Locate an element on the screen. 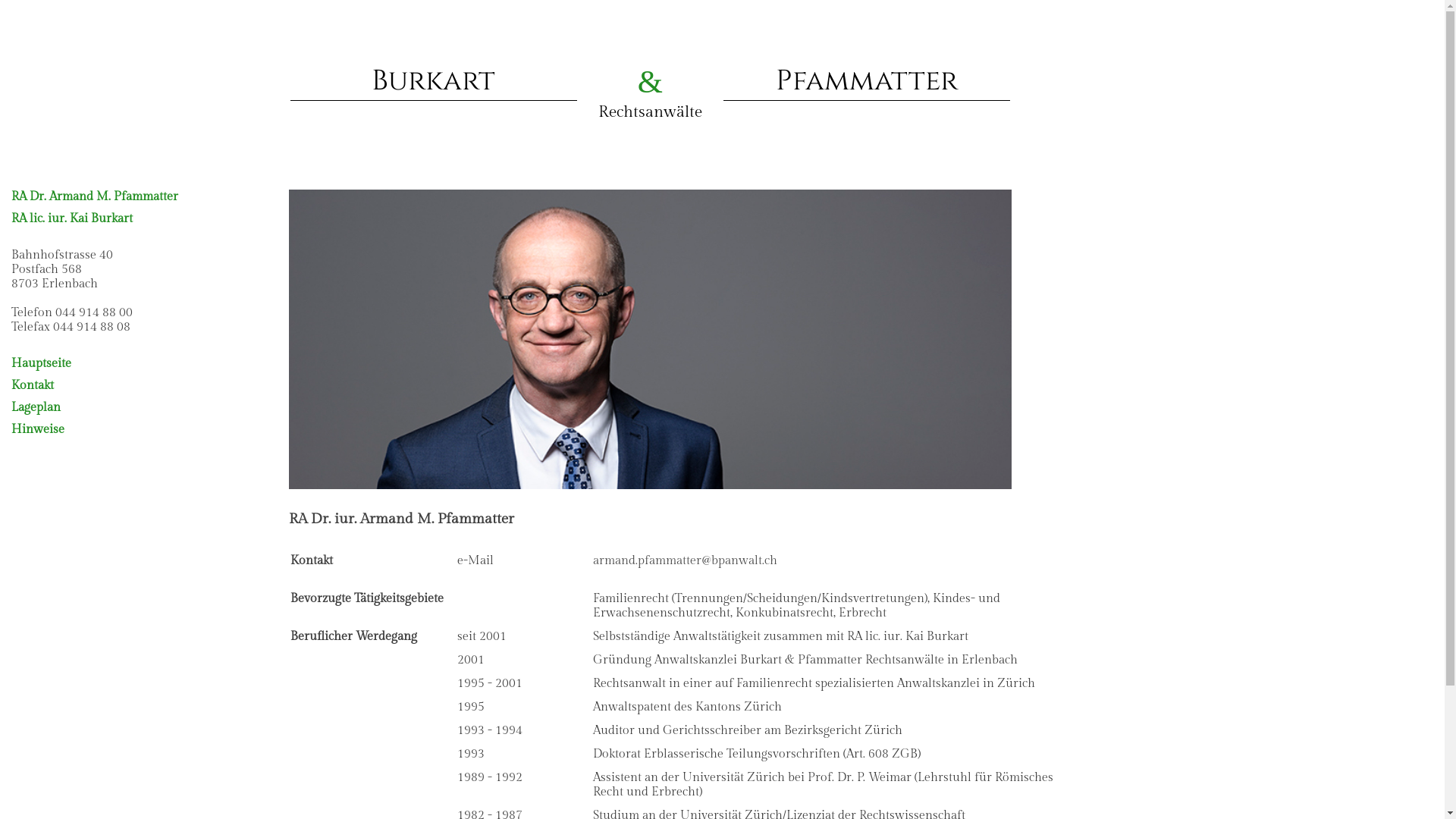 This screenshot has width=1456, height=819. 'armand.pfammatter@bpanwalt.ch' is located at coordinates (684, 560).